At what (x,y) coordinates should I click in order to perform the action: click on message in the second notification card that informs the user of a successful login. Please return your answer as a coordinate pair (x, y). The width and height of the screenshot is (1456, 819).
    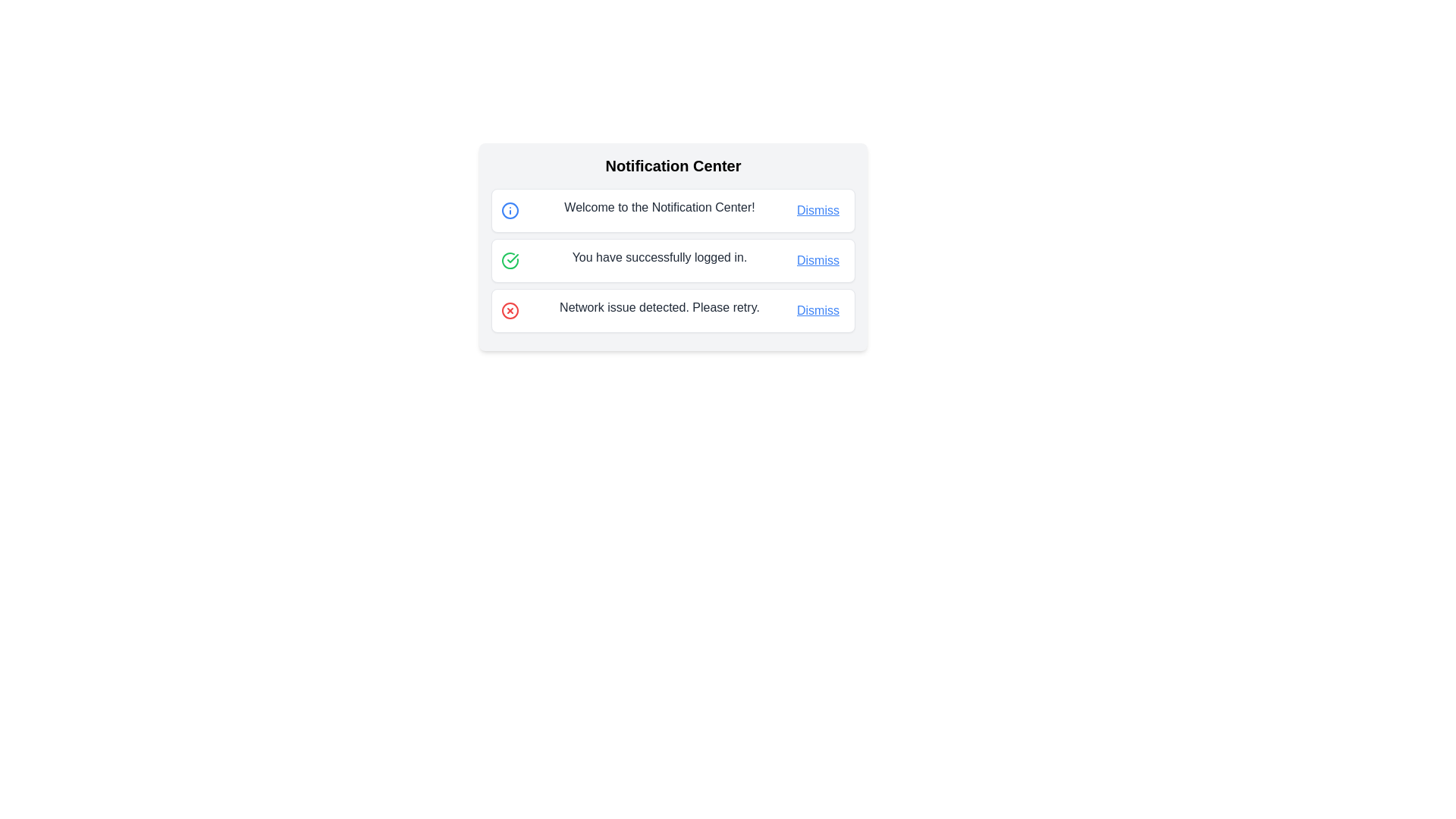
    Looking at the image, I should click on (673, 259).